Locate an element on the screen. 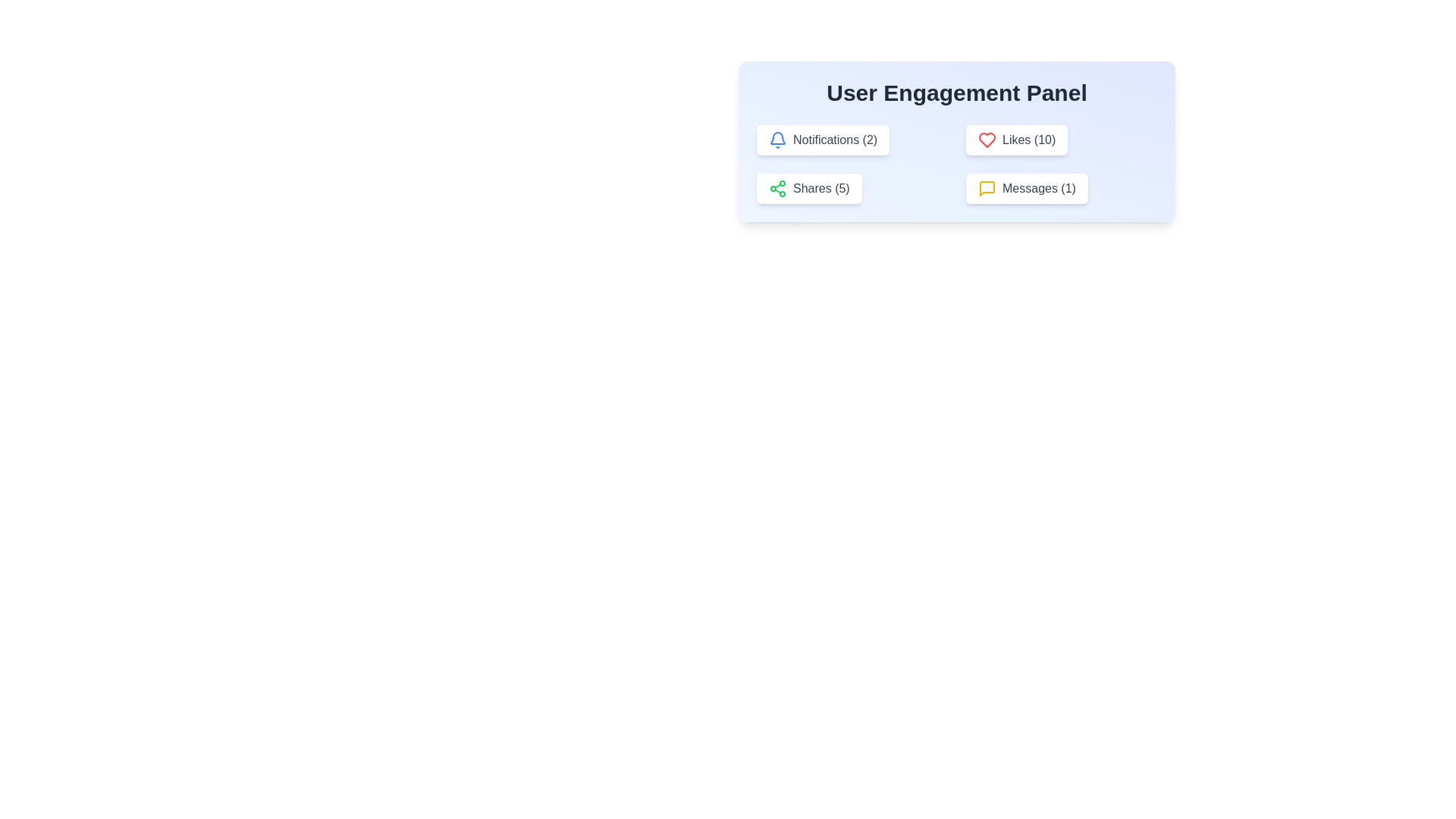 The width and height of the screenshot is (1456, 819). text content of the Notifications label that displays the count '2' in the User Engagement Panel, located to the right of the blue bell icon is located at coordinates (834, 140).